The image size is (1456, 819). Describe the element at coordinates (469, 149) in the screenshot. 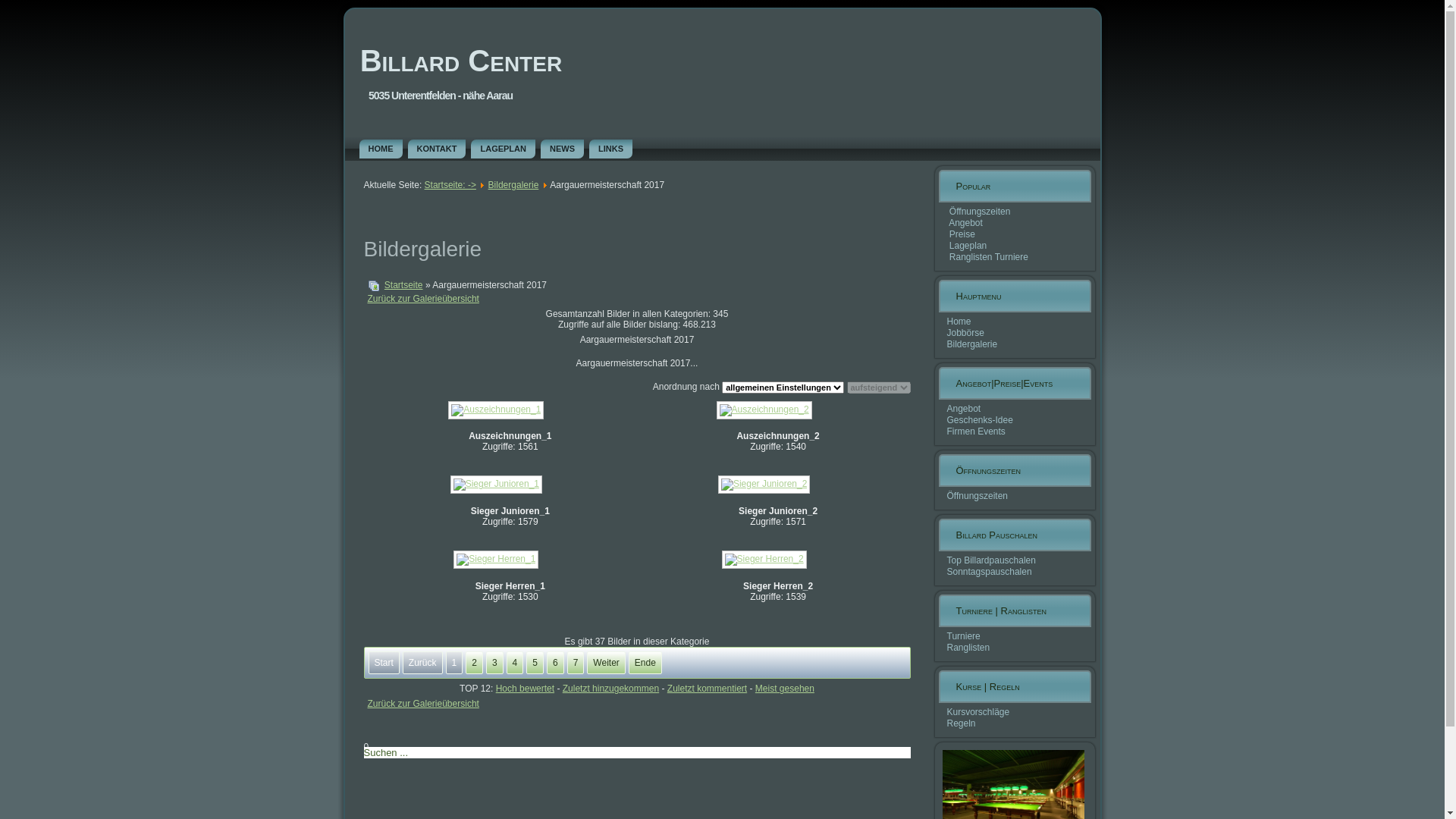

I see `'LAGEPLAN'` at that location.